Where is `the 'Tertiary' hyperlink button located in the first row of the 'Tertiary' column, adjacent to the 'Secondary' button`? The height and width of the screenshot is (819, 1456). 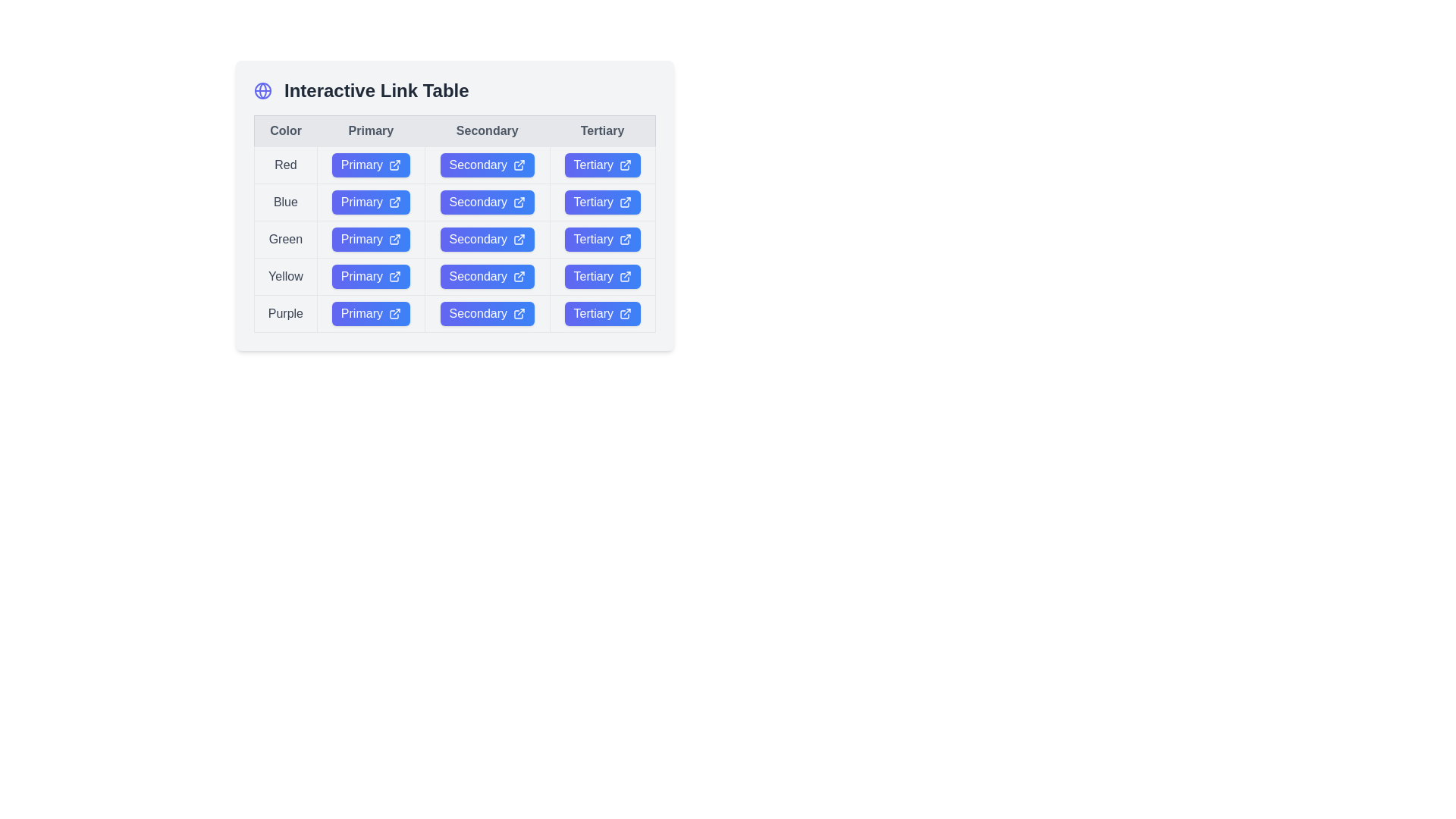
the 'Tertiary' hyperlink button located in the first row of the 'Tertiary' column, adjacent to the 'Secondary' button is located at coordinates (601, 165).